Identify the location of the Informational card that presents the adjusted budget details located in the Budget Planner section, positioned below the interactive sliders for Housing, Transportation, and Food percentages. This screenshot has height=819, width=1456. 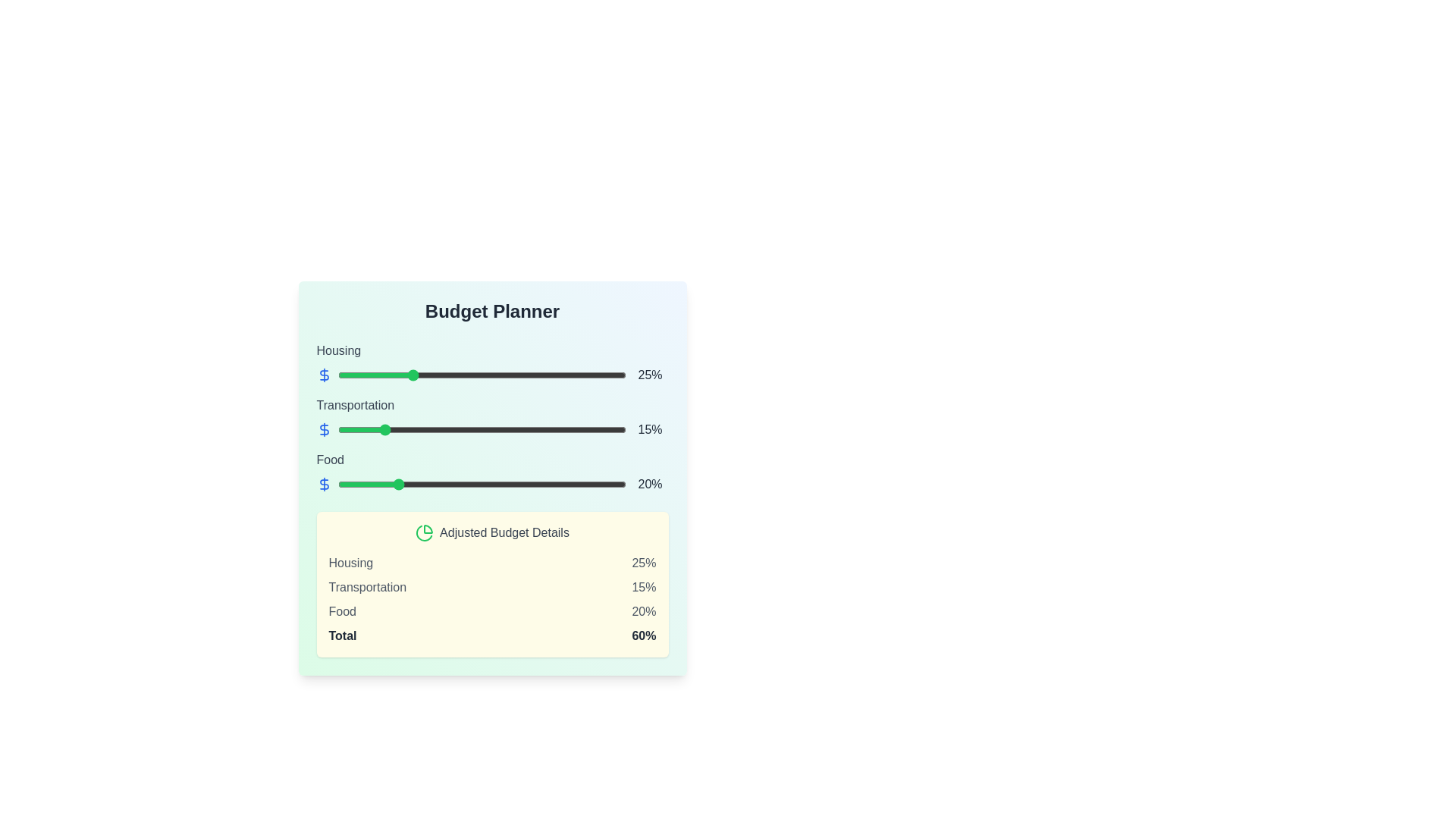
(492, 584).